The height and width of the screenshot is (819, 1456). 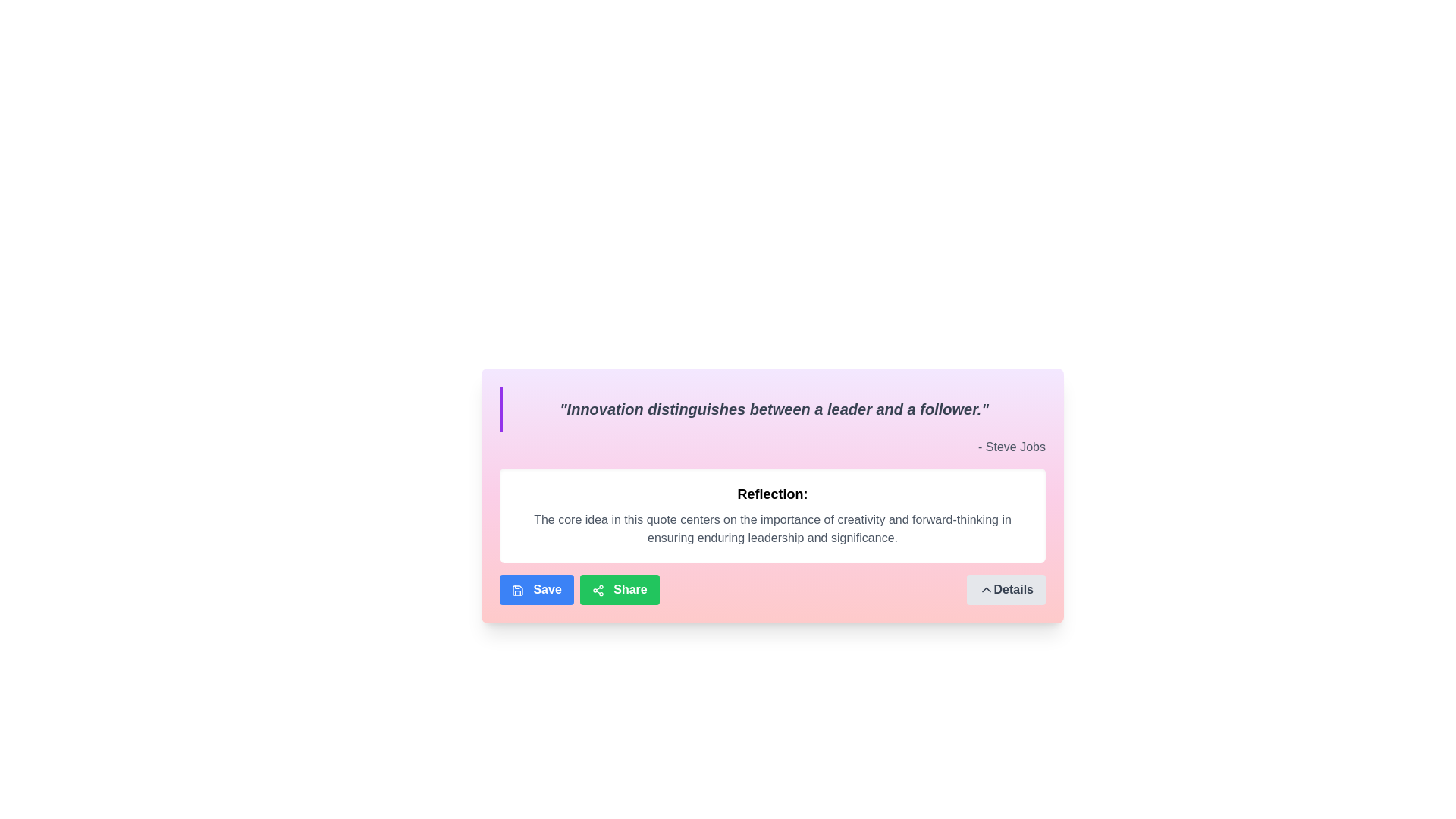 I want to click on the upward chevron icon that indicates the 'Details' button, located at the bottom-right corner of the main interface panel, so click(x=986, y=589).